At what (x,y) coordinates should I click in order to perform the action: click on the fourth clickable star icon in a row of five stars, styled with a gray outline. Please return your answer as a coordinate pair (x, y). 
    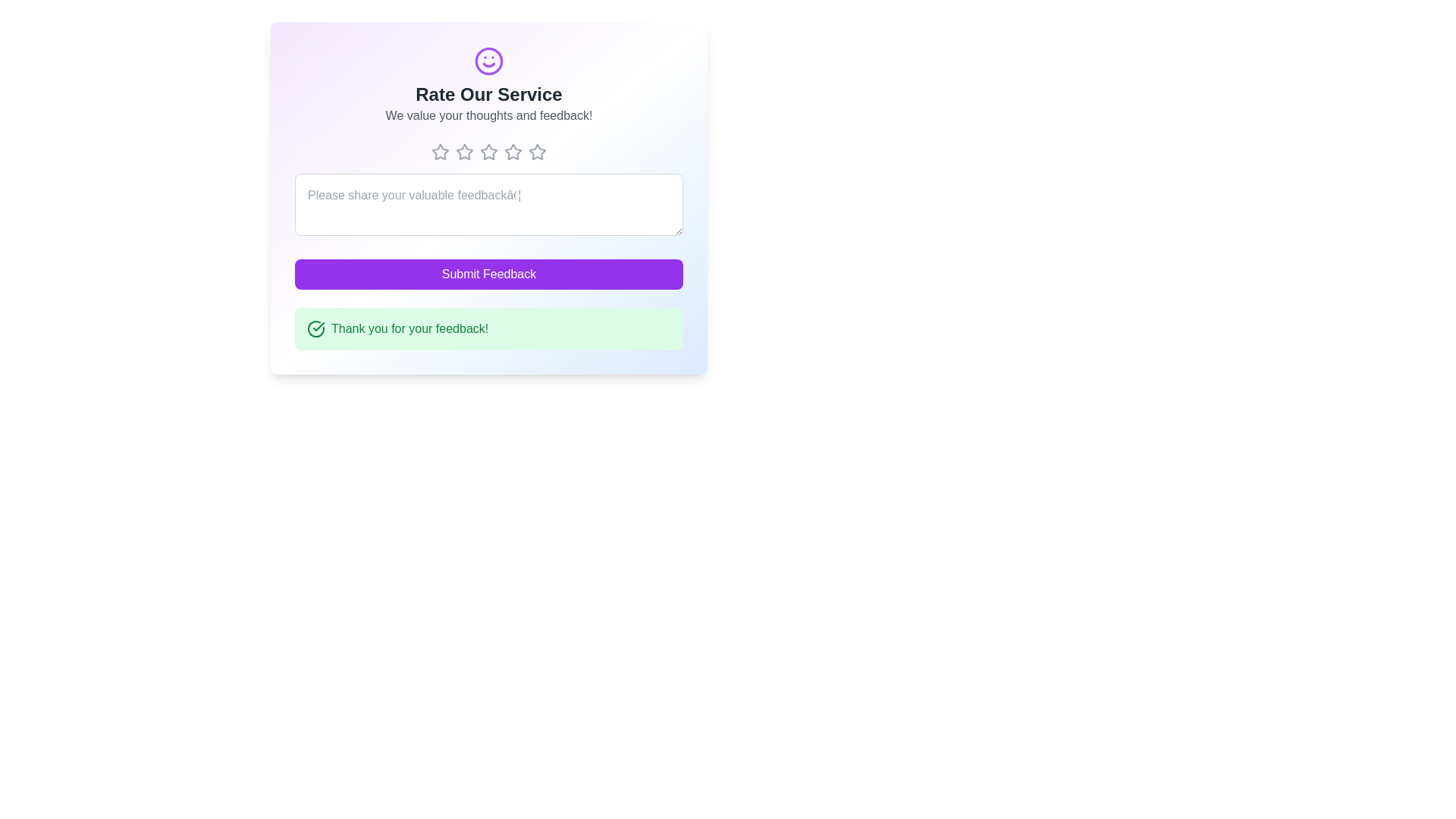
    Looking at the image, I should click on (488, 152).